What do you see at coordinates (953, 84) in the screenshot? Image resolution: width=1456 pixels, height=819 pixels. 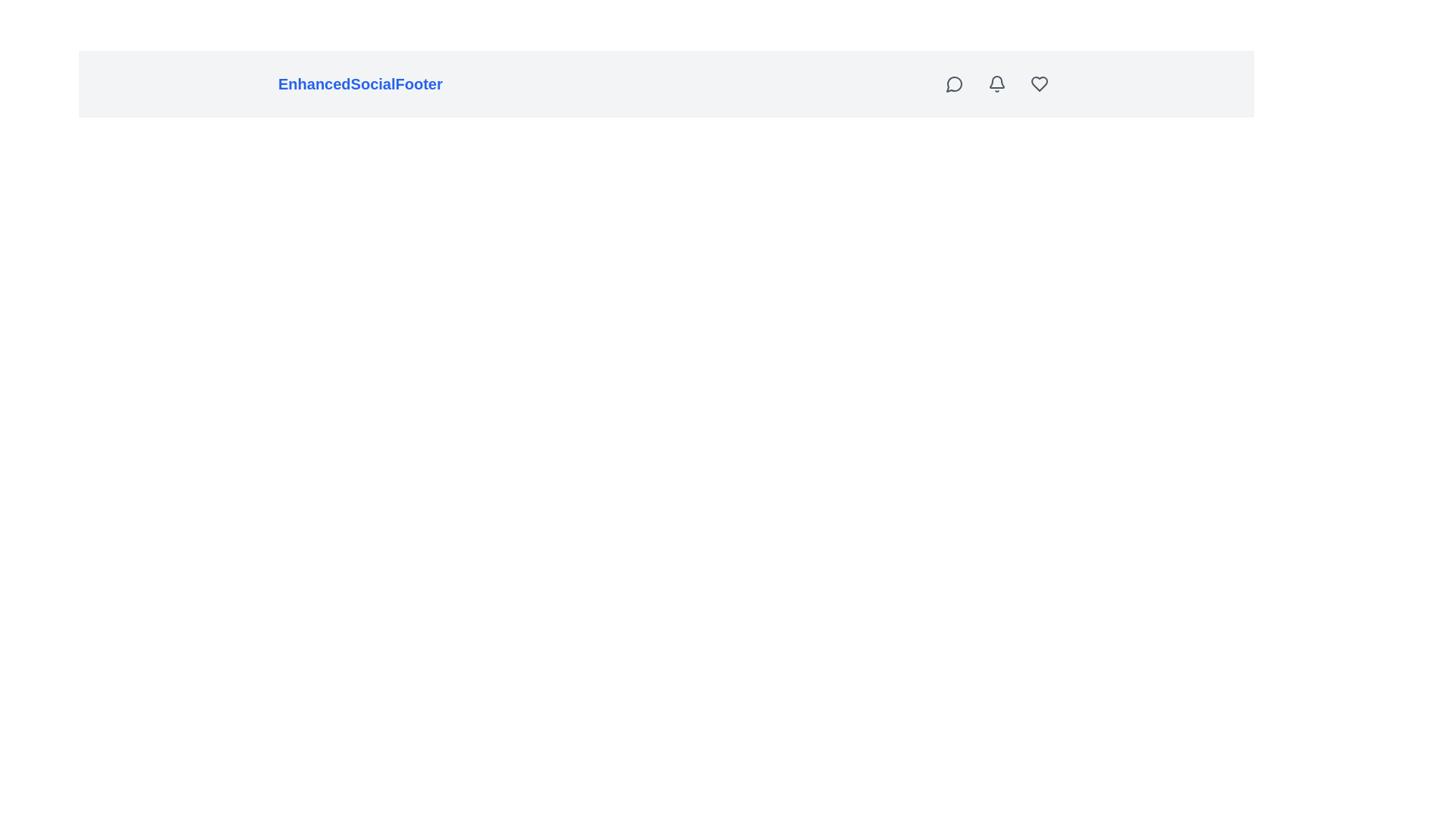 I see `the speech bubble icon representing a message feature, located in the upper-right section of the toolbar` at bounding box center [953, 84].